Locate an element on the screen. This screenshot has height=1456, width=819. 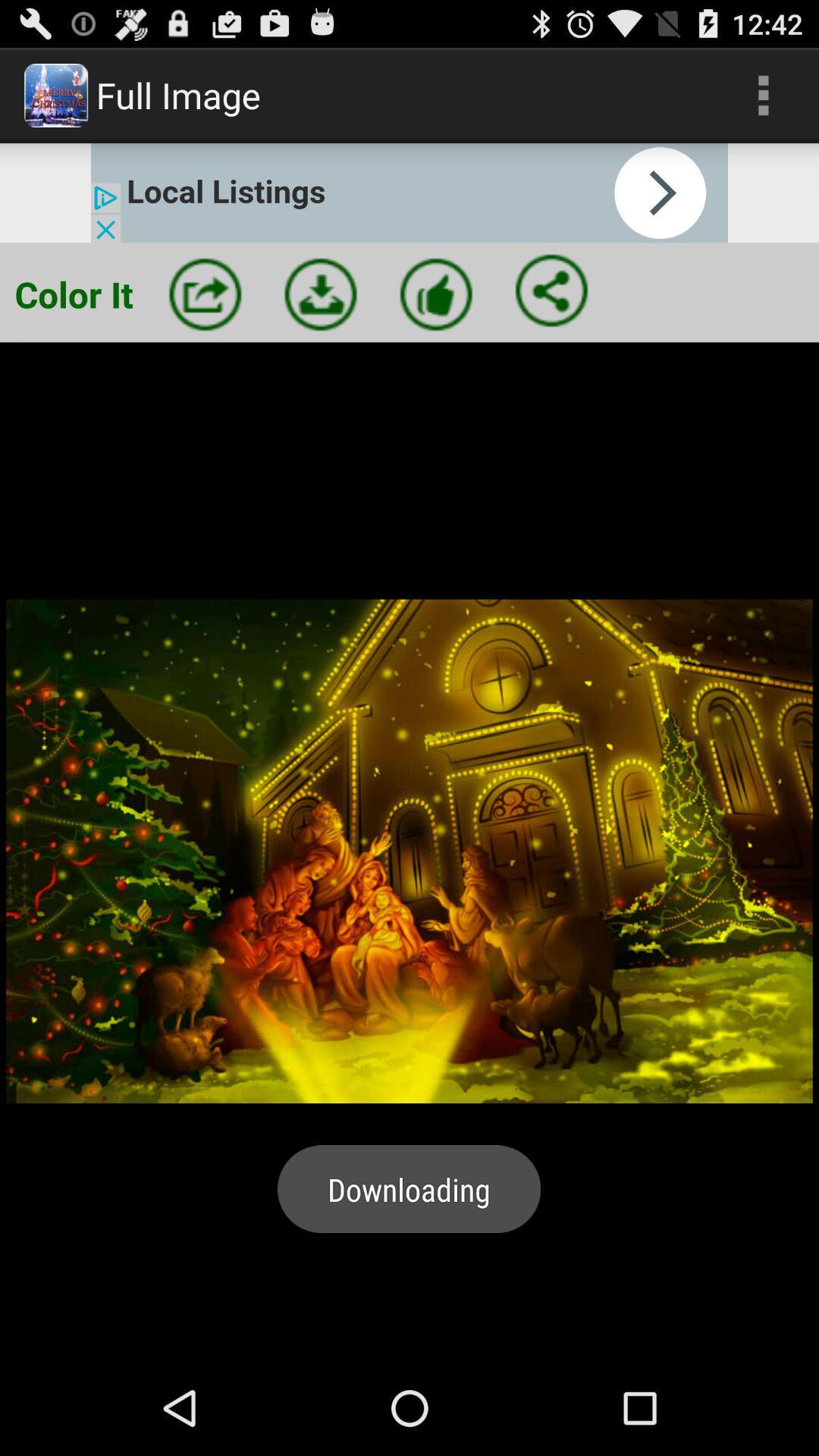
advertisement link is located at coordinates (409, 192).